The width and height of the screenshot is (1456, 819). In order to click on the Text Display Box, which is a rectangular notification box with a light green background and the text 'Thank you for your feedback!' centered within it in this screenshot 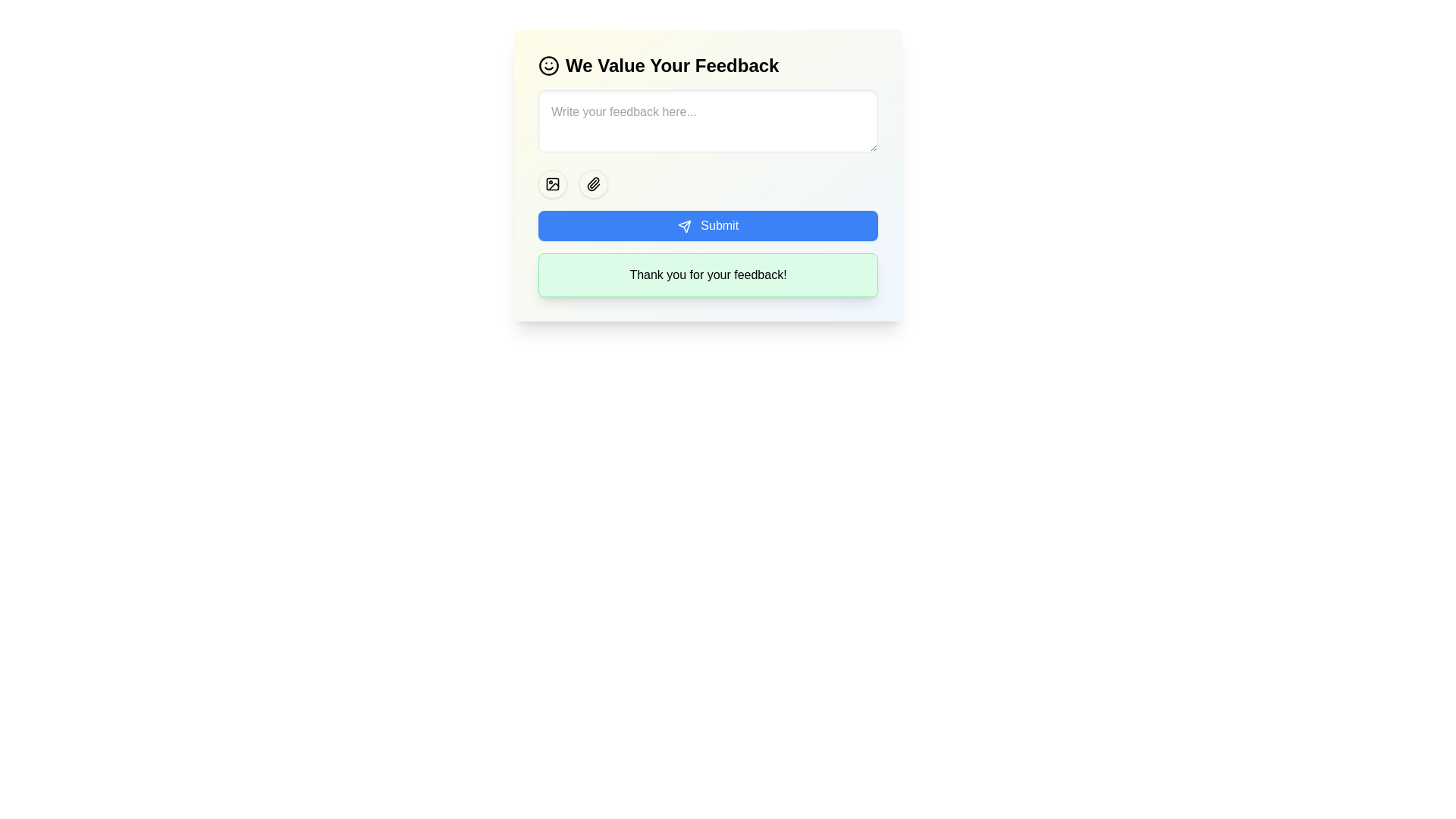, I will do `click(708, 275)`.